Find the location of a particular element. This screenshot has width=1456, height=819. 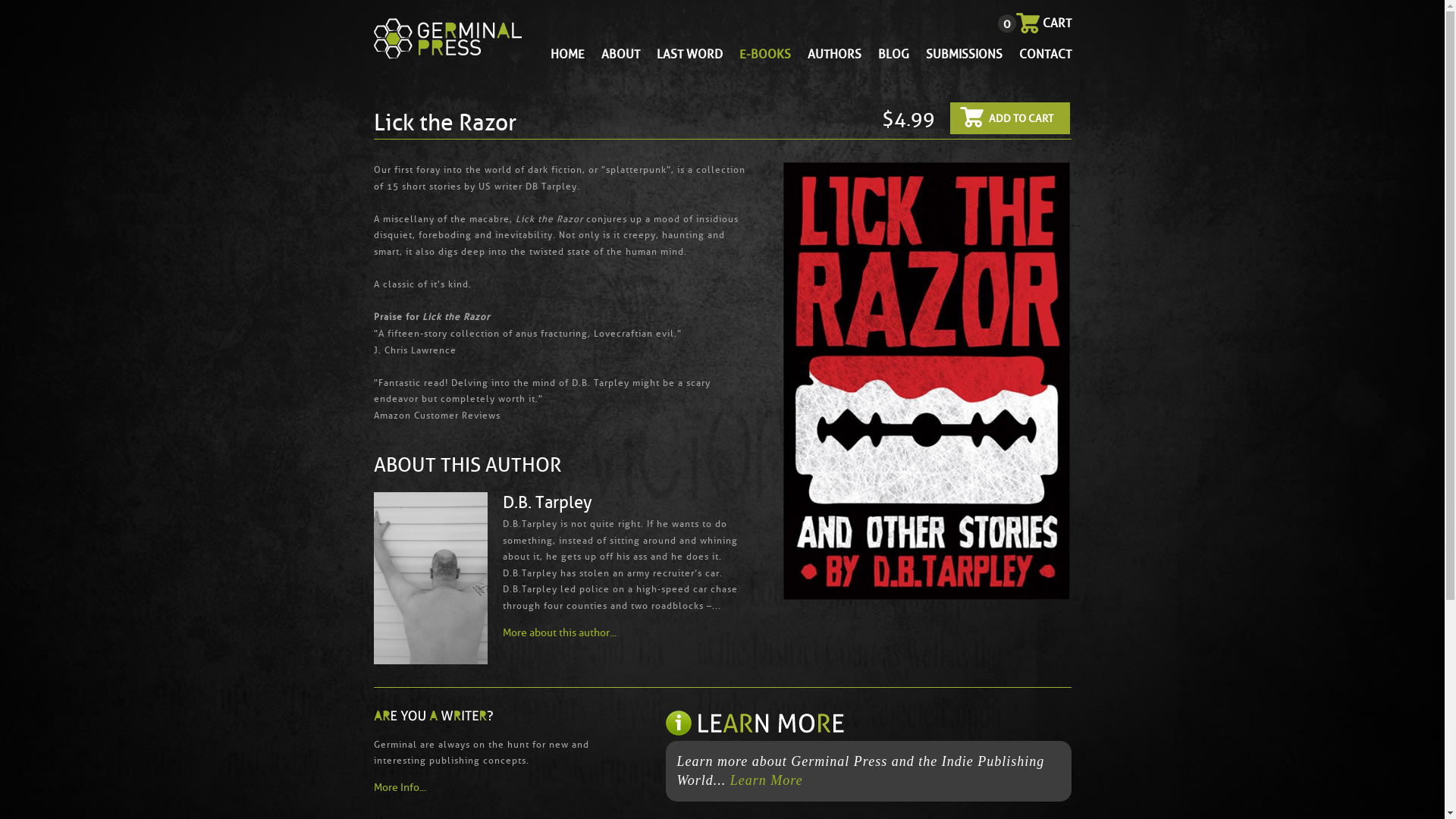

'Learn More' is located at coordinates (730, 780).